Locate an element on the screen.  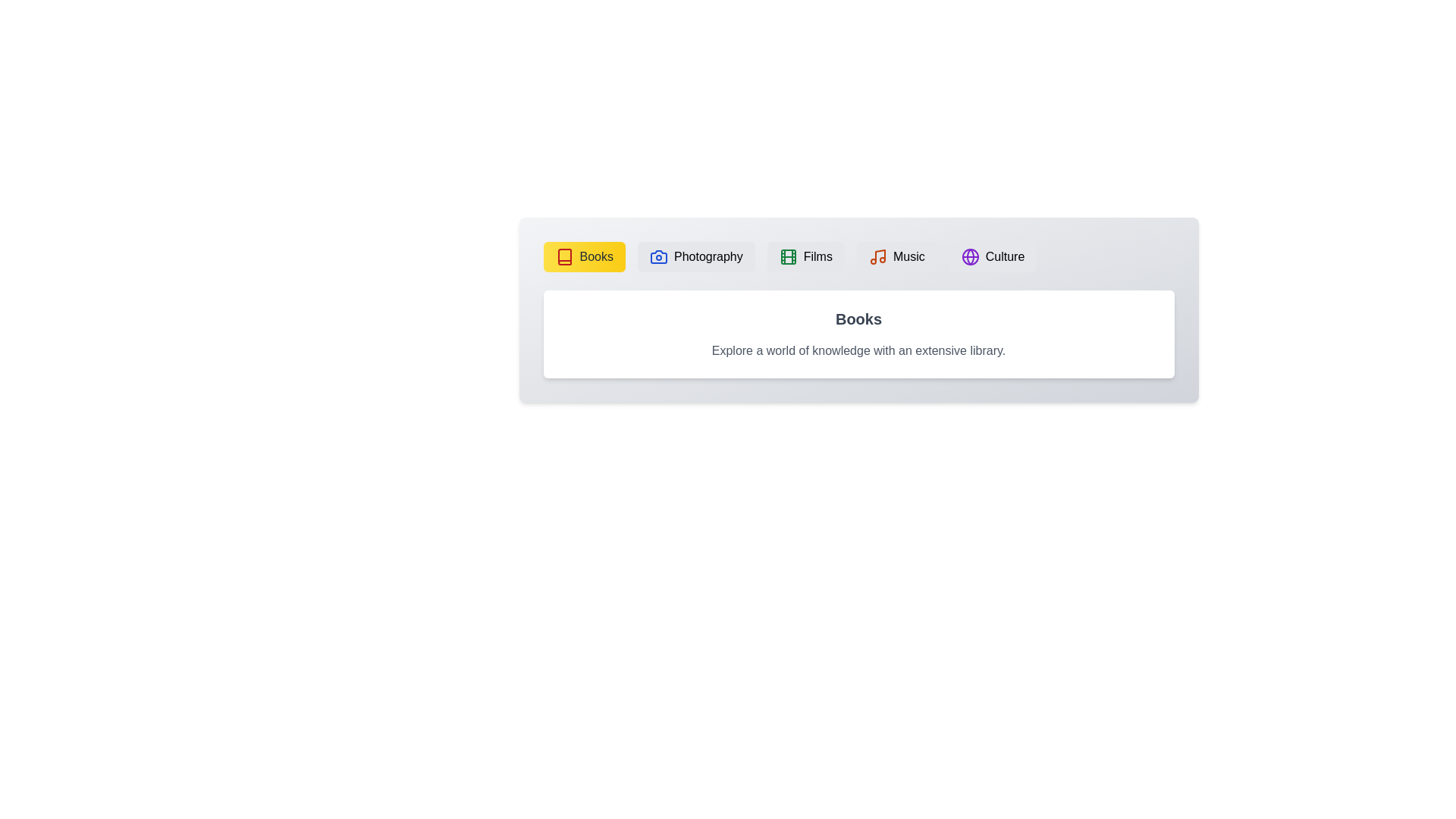
the tab labeled Culture is located at coordinates (993, 256).